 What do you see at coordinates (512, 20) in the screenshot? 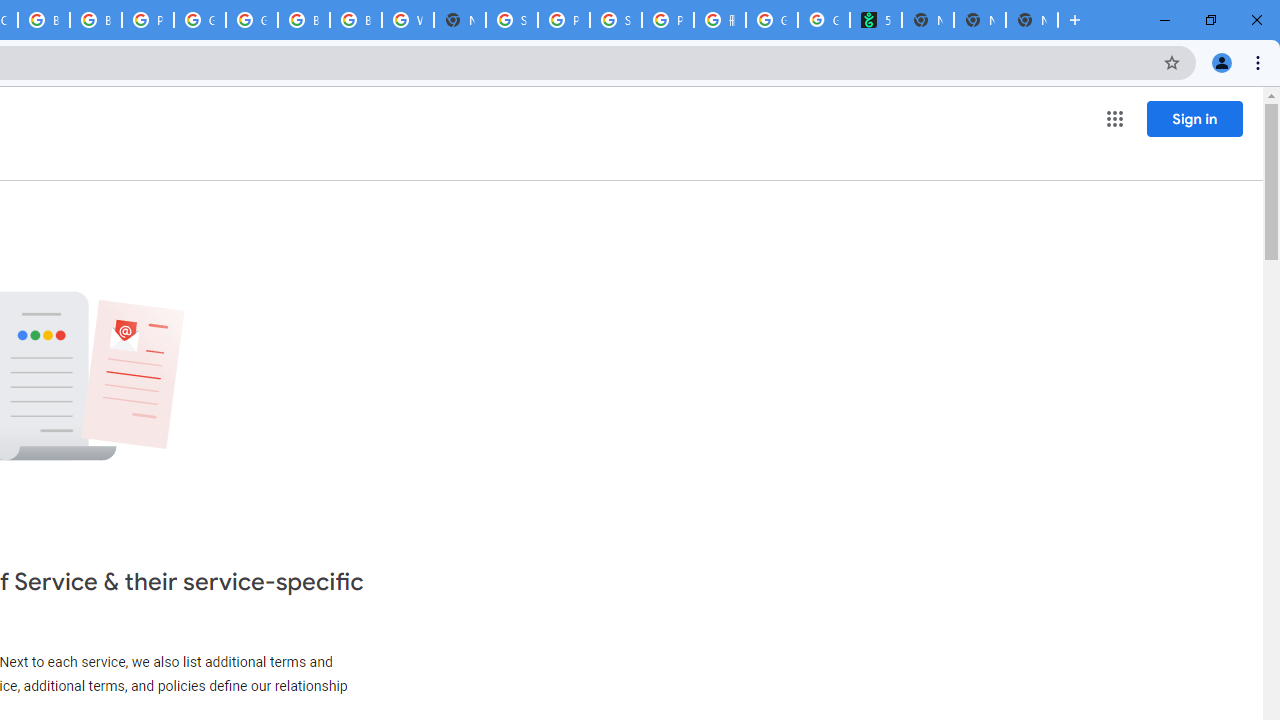
I see `'Sign in - Google Accounts'` at bounding box center [512, 20].